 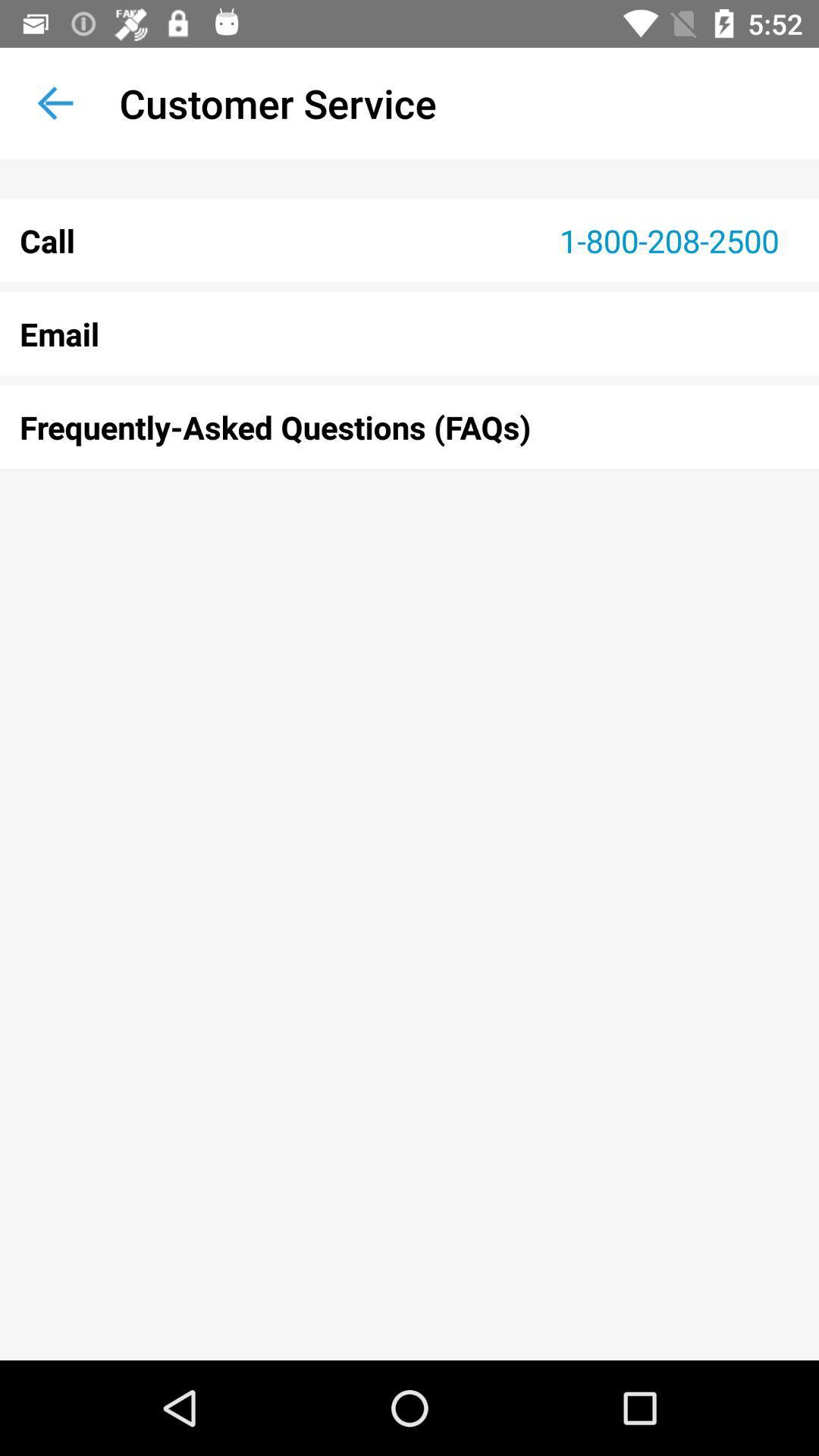 I want to click on the frequently asked questions, so click(x=409, y=426).